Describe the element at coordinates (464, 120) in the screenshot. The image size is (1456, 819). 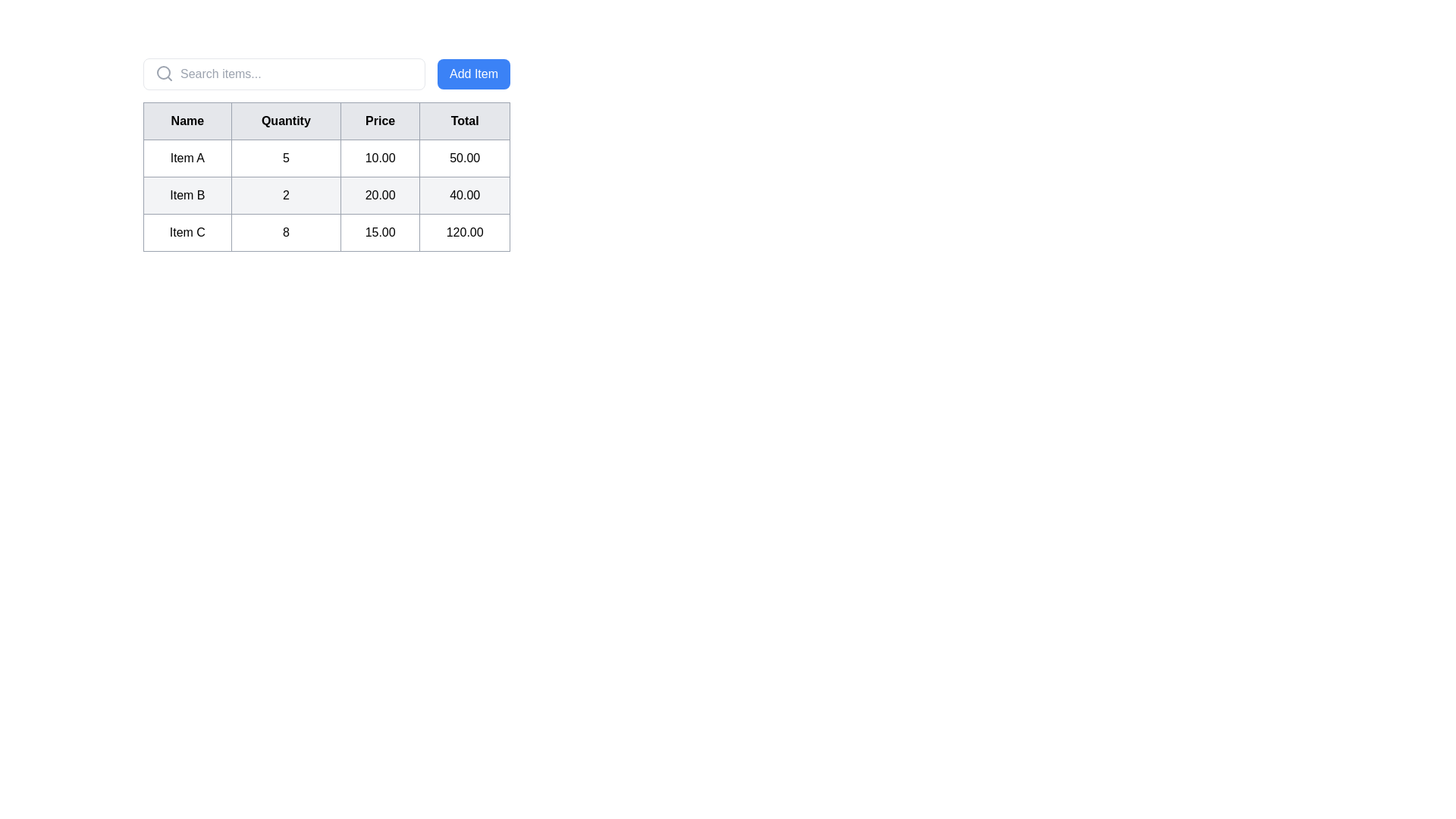
I see `the table header cell that contains the text 'Total', which is styled with a light gray background and a gray border, located in the fourth column of the table header row` at that location.